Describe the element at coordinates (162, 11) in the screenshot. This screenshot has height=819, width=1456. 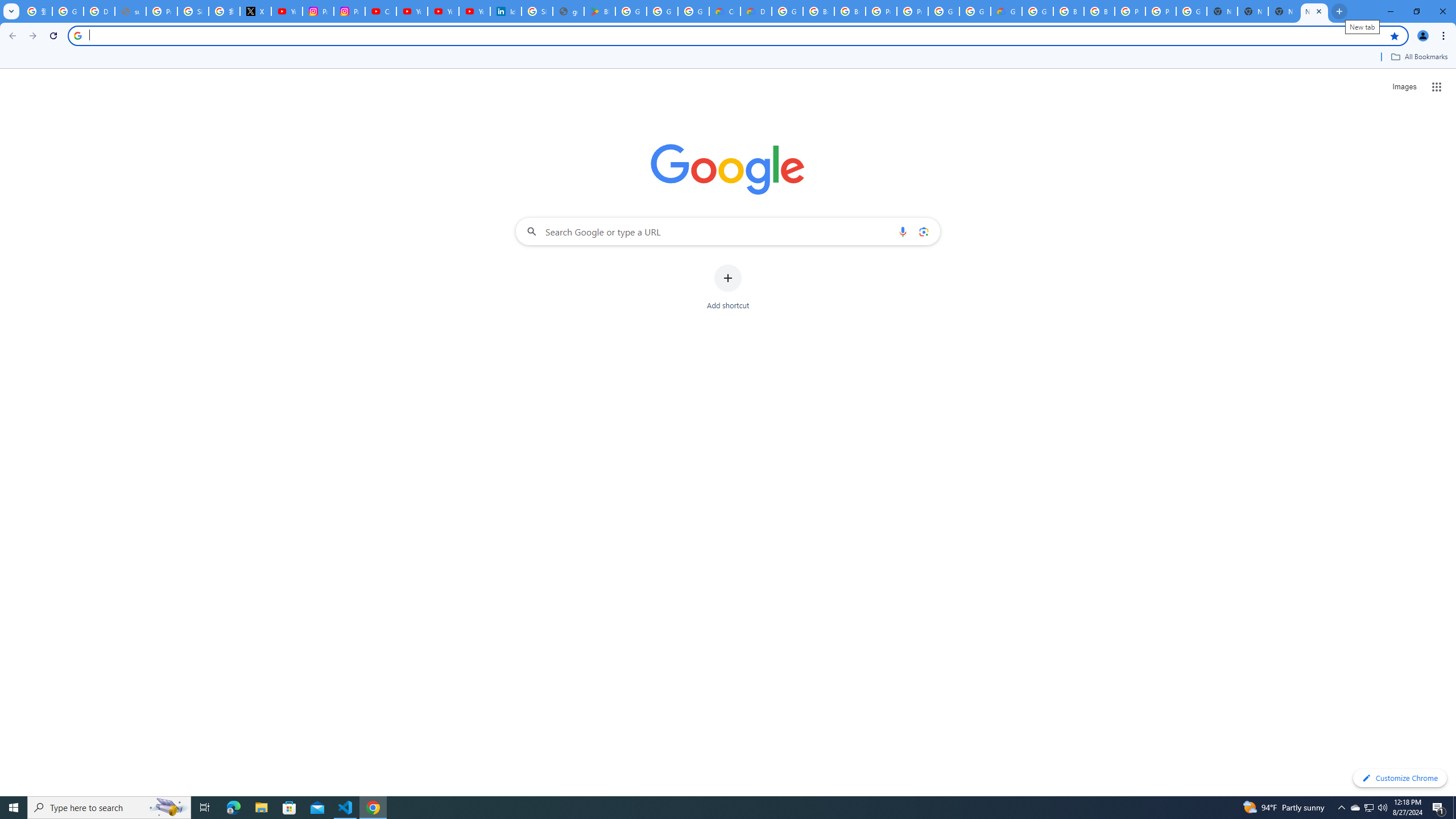
I see `'Privacy Help Center - Policies Help'` at that location.